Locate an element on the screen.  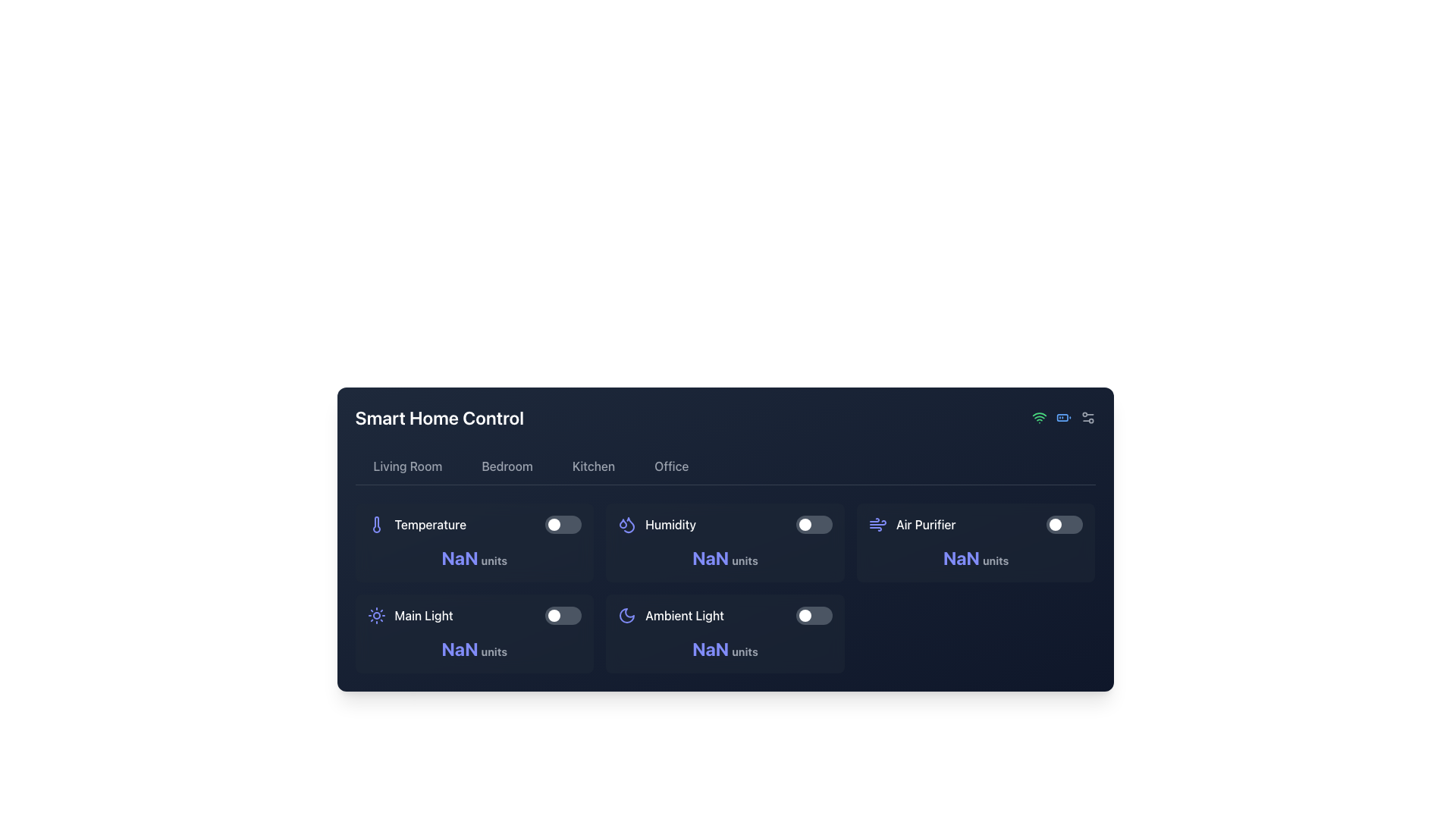
the Text display element that shows 'Temperature', currently displaying 'NaN' is located at coordinates (473, 558).